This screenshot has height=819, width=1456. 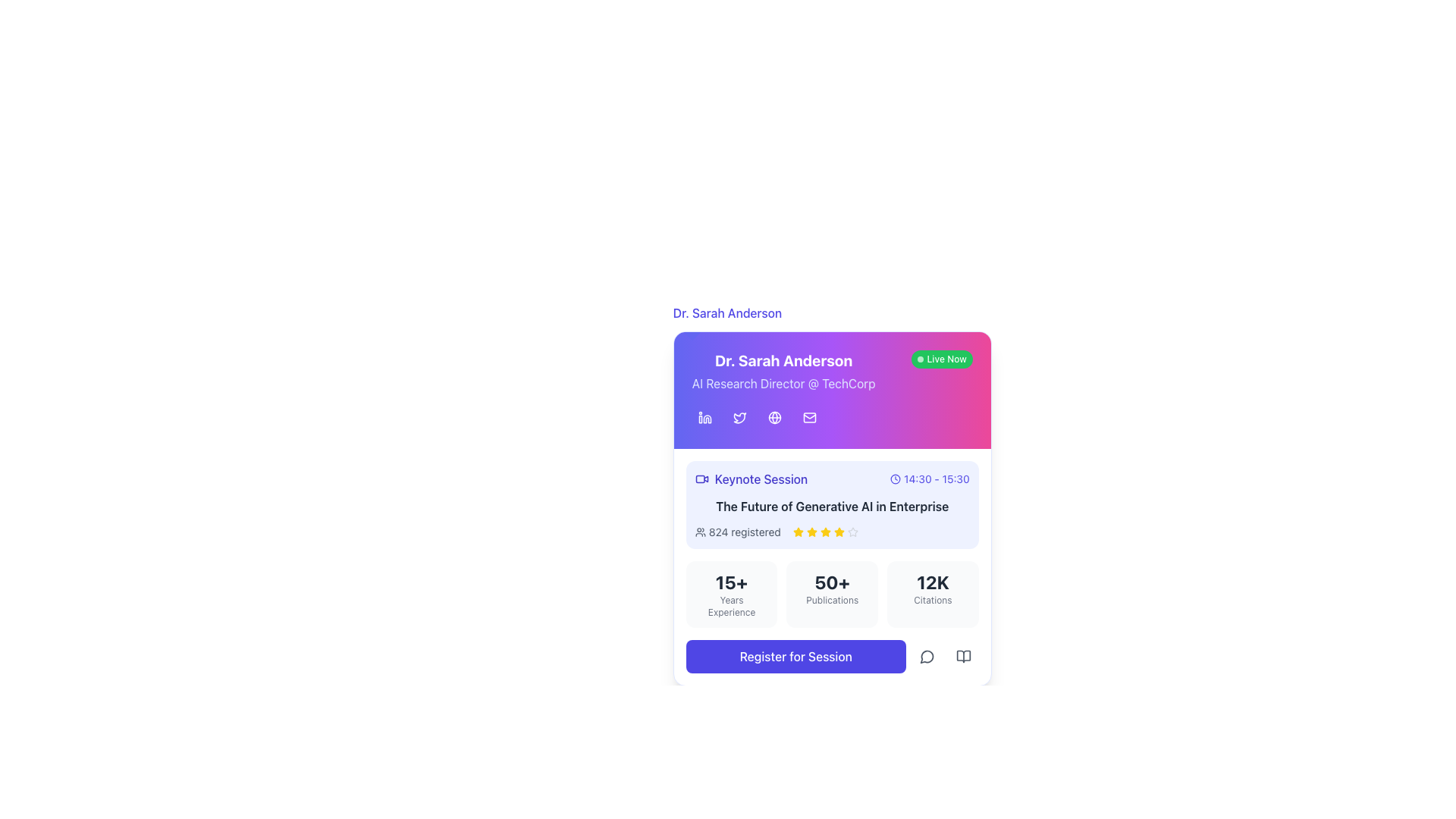 I want to click on information displayed in the informational display block, which shows the publication count of the individual or entity described in the card, located centrally below the session title and statistics, and above the action button, so click(x=831, y=593).